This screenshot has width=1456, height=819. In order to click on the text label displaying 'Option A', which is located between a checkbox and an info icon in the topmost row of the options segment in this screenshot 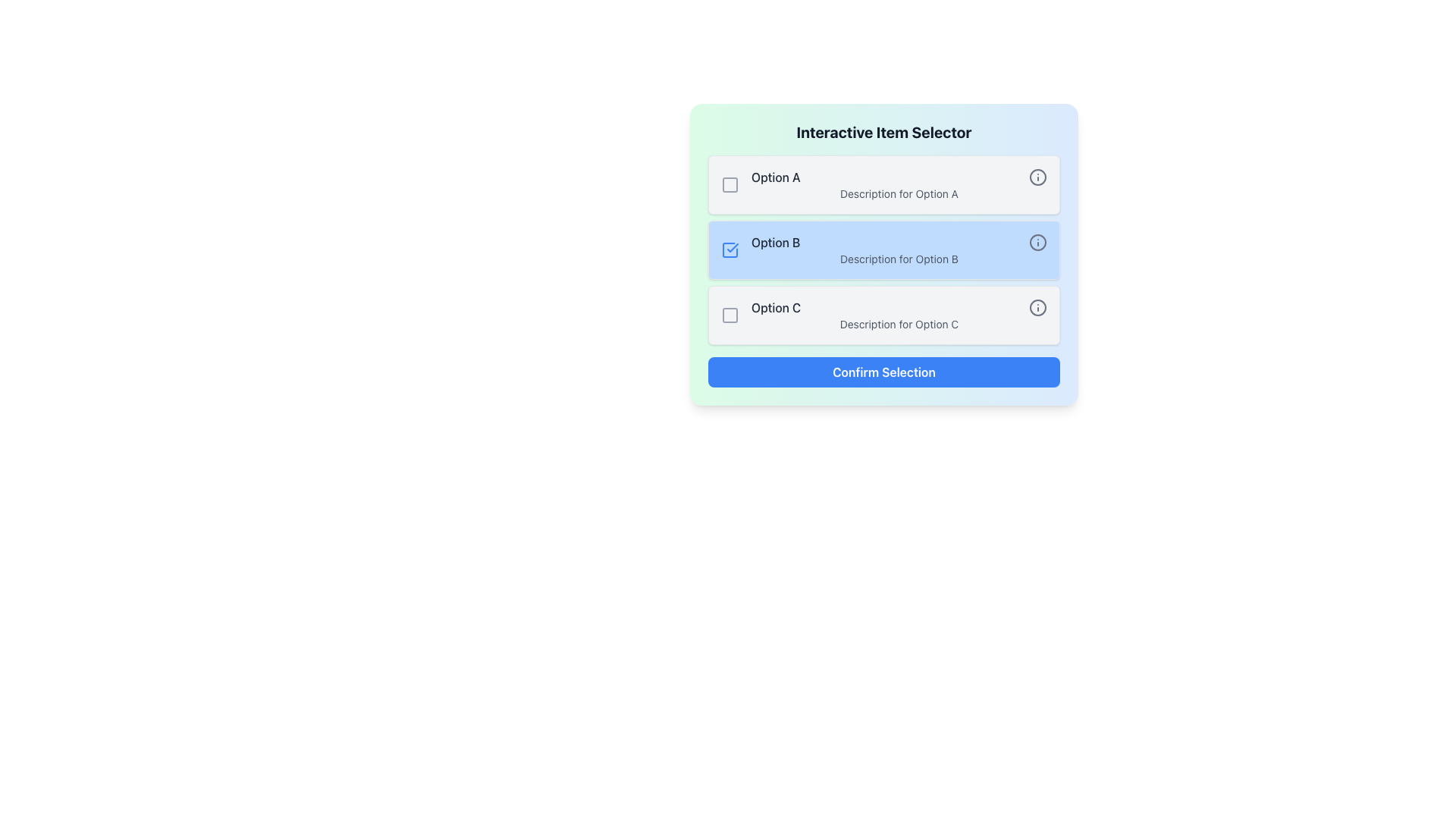, I will do `click(776, 177)`.